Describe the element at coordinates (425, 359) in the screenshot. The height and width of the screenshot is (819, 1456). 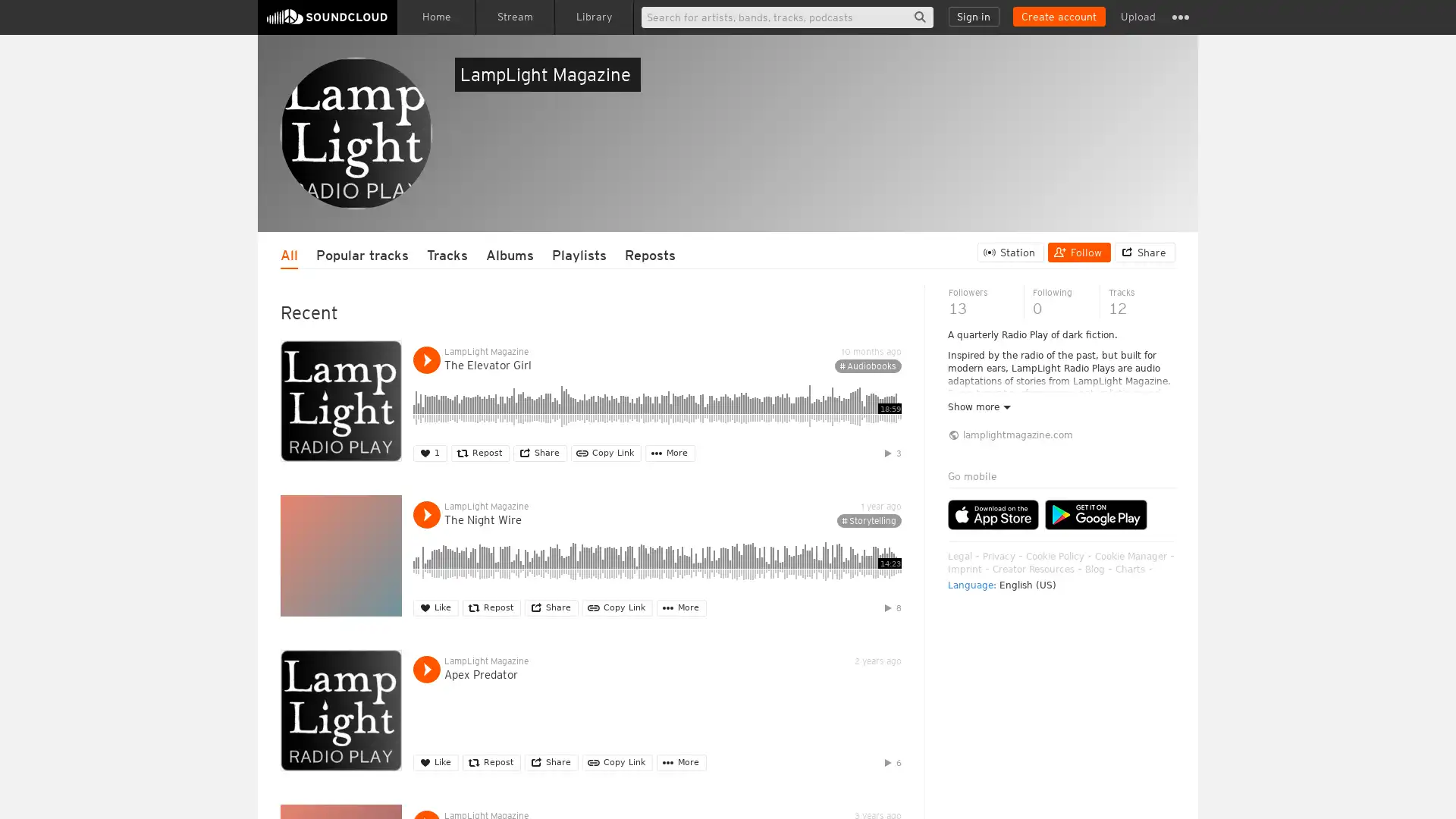
I see `Play` at that location.